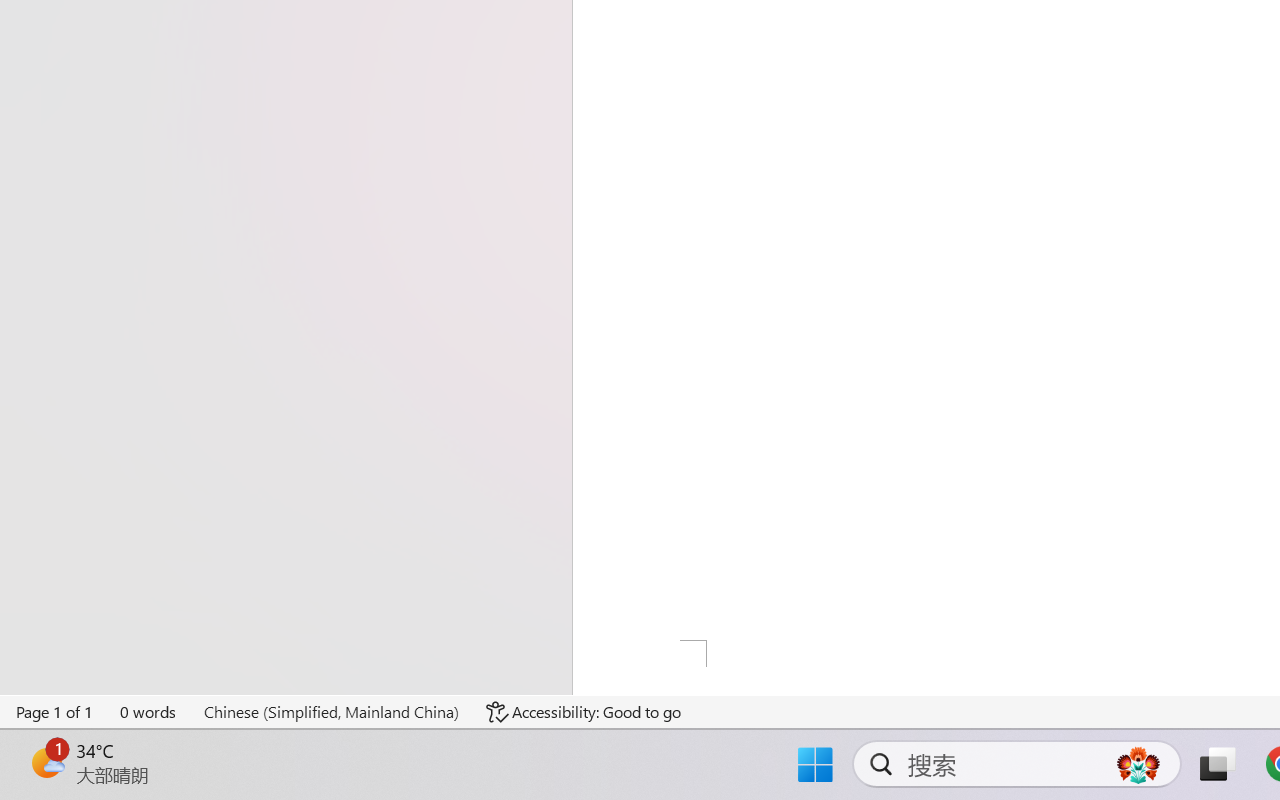 The image size is (1280, 800). I want to click on 'Accessibility Checker Accessibility: Good to go', so click(582, 711).